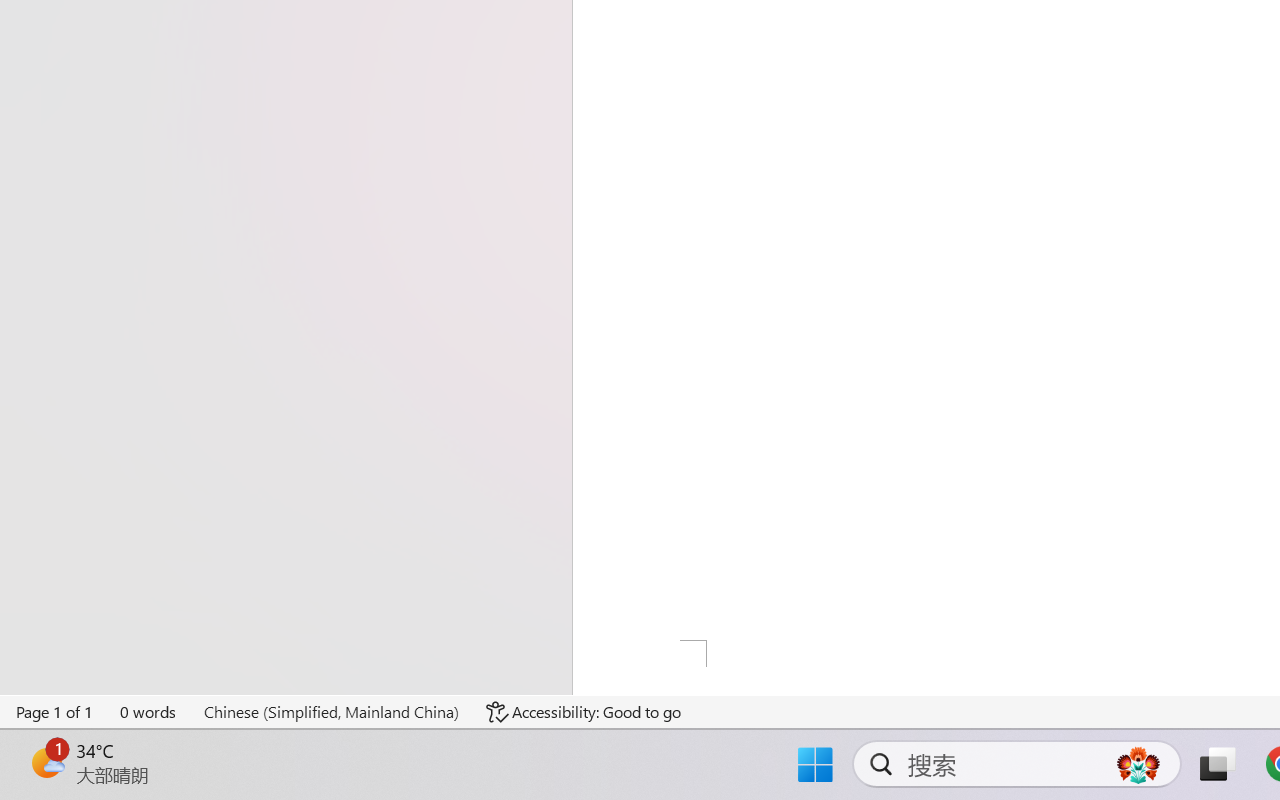 The image size is (1280, 800). I want to click on 'Accessibility Checker Accessibility: Good to go', so click(582, 711).